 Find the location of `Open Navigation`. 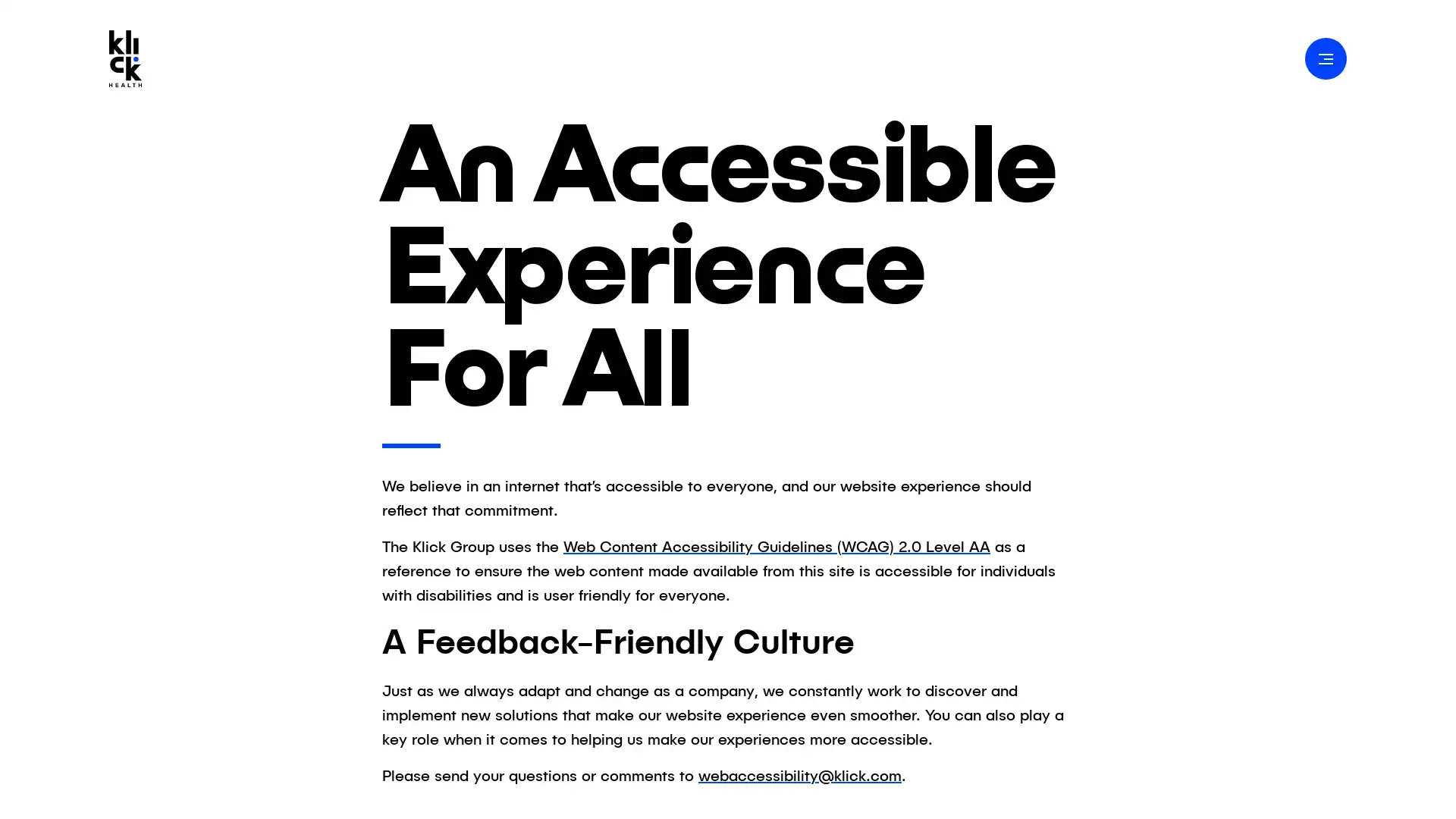

Open Navigation is located at coordinates (1325, 58).